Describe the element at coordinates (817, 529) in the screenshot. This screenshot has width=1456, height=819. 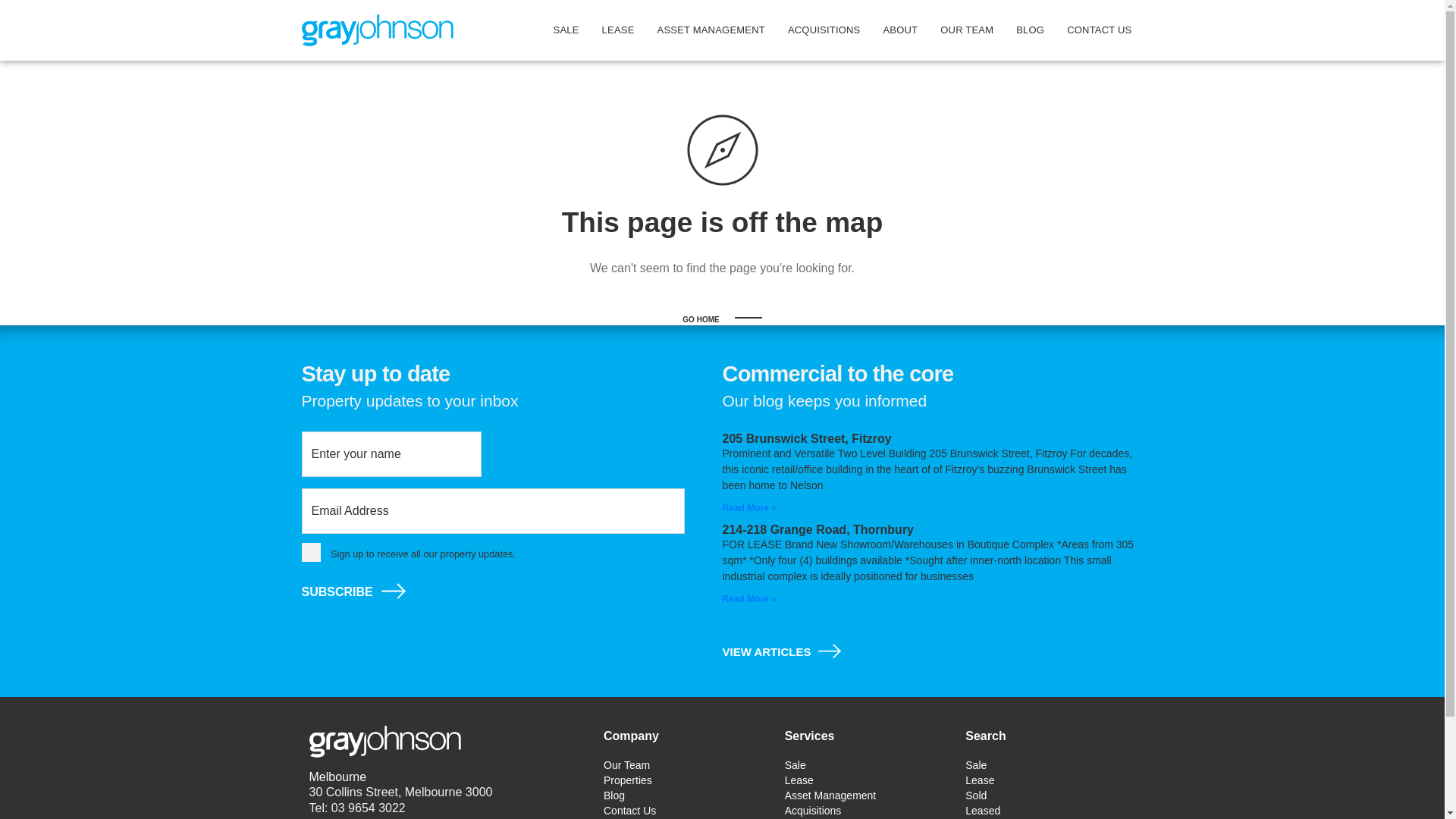
I see `'214-218 Grange Road, Thornbury'` at that location.